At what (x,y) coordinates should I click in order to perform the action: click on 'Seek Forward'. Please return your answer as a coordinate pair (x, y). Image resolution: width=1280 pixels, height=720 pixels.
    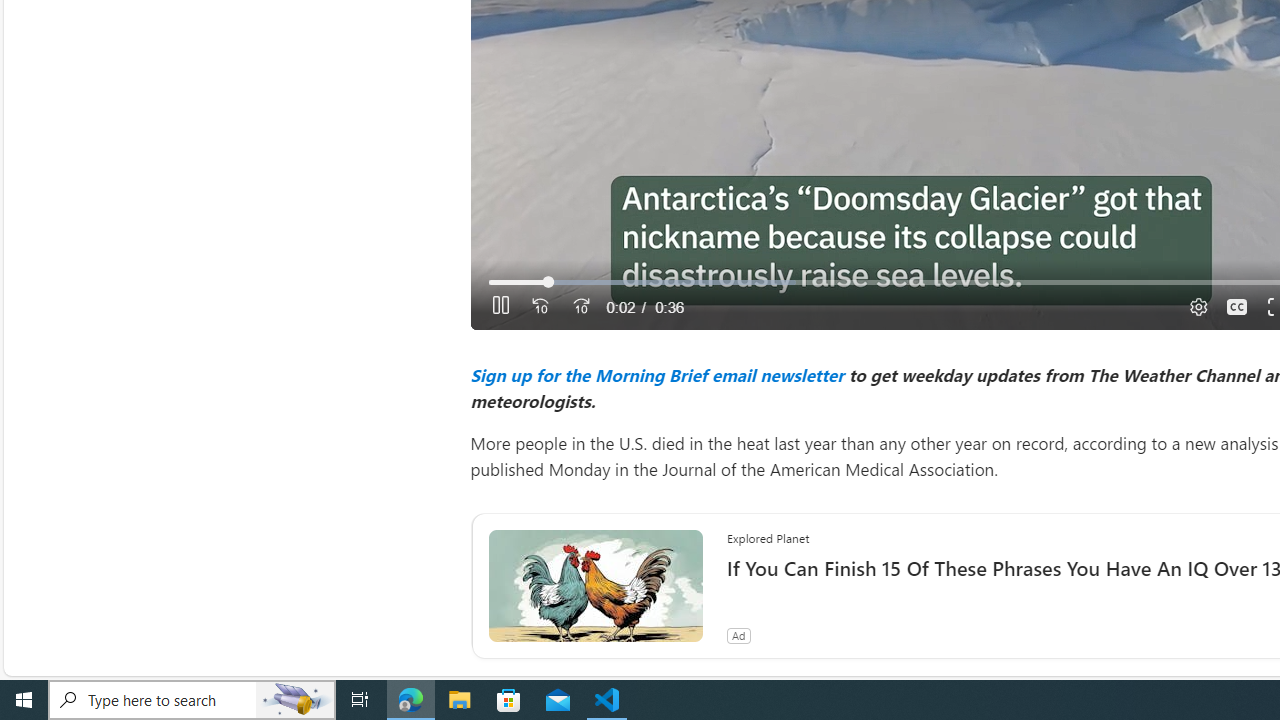
    Looking at the image, I should click on (580, 306).